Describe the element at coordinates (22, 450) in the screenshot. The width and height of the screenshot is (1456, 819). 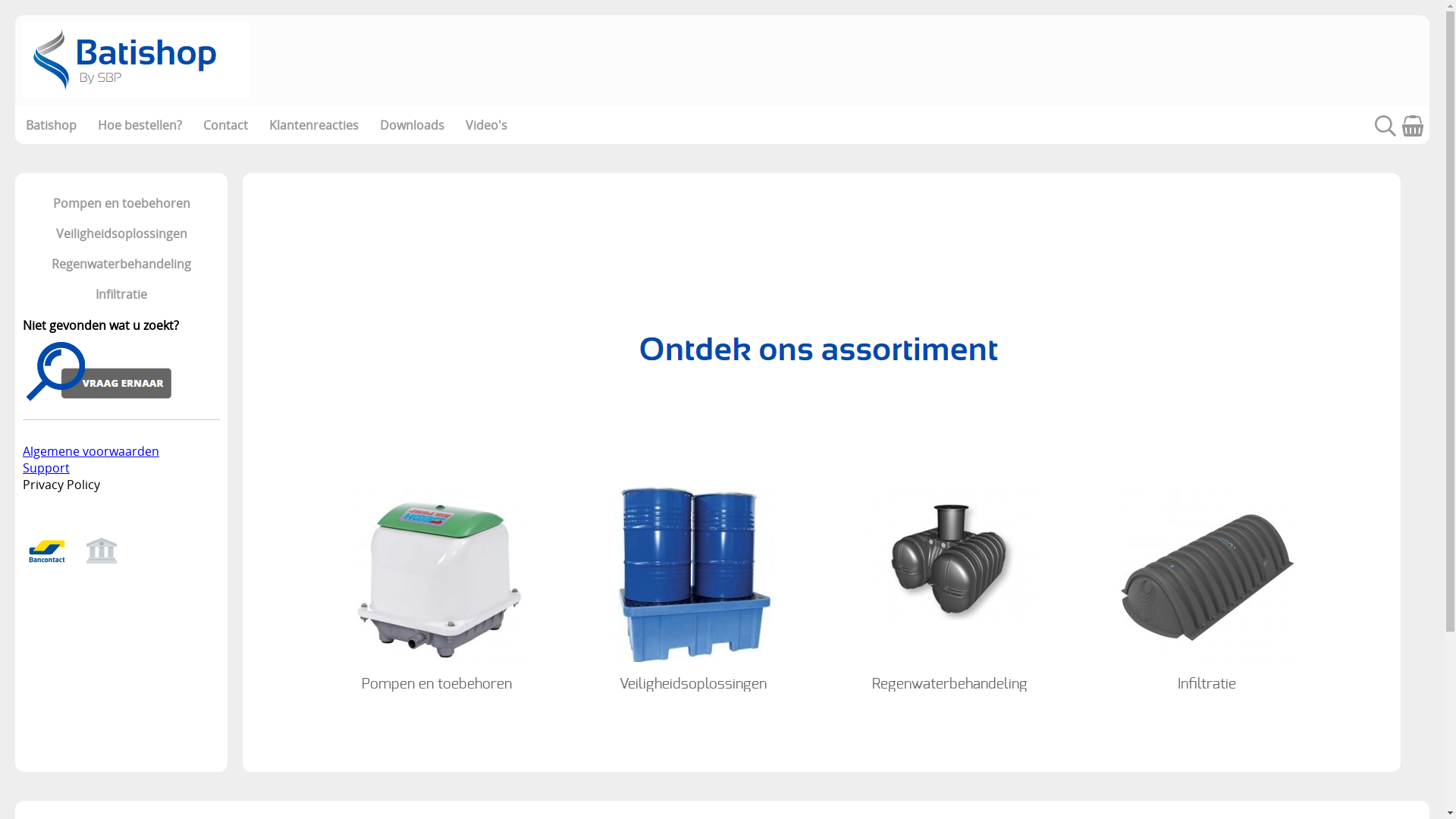
I see `'Algemene voorwaarden'` at that location.